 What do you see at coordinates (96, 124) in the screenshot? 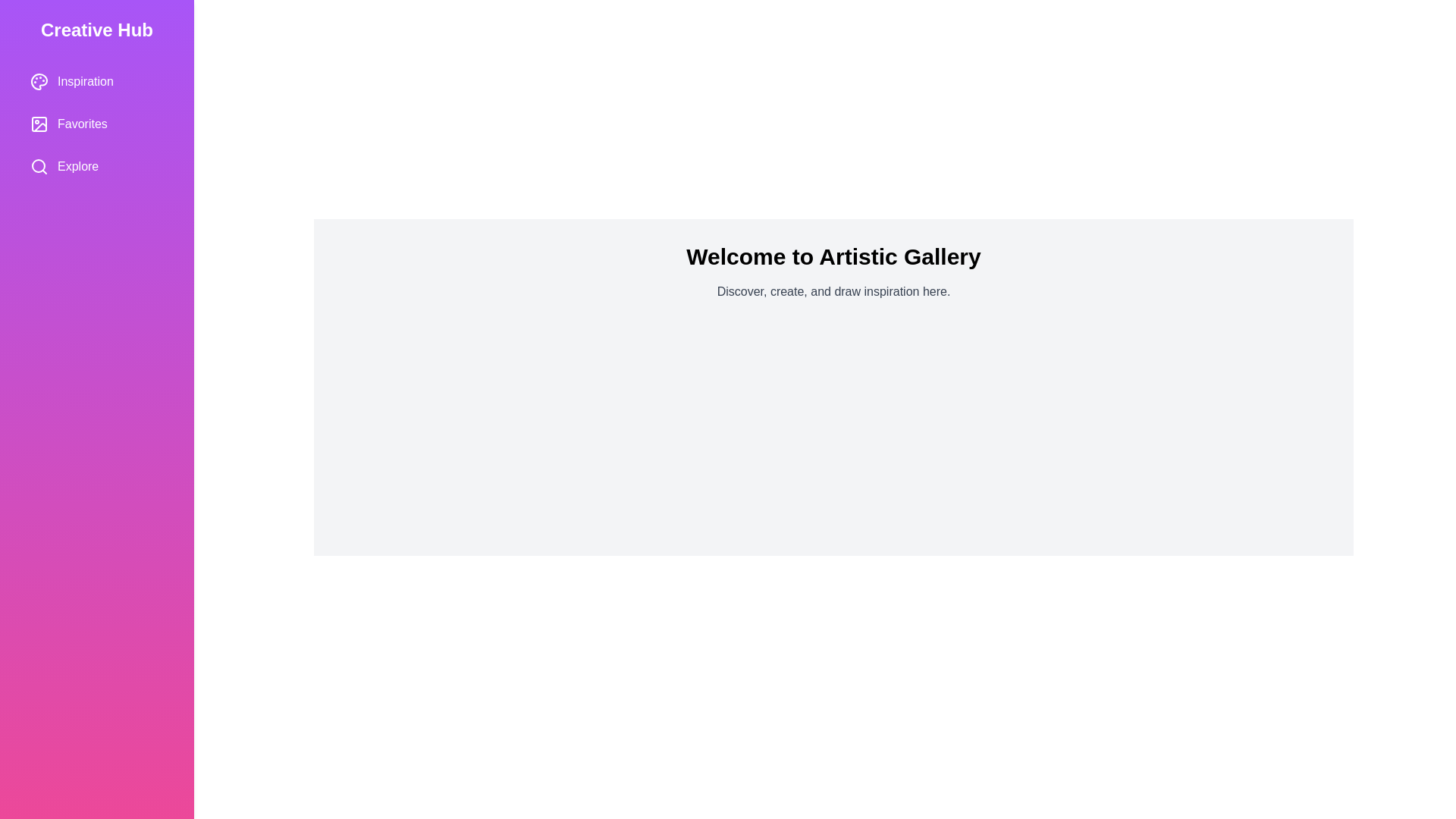
I see `the category Favorites from the menu` at bounding box center [96, 124].